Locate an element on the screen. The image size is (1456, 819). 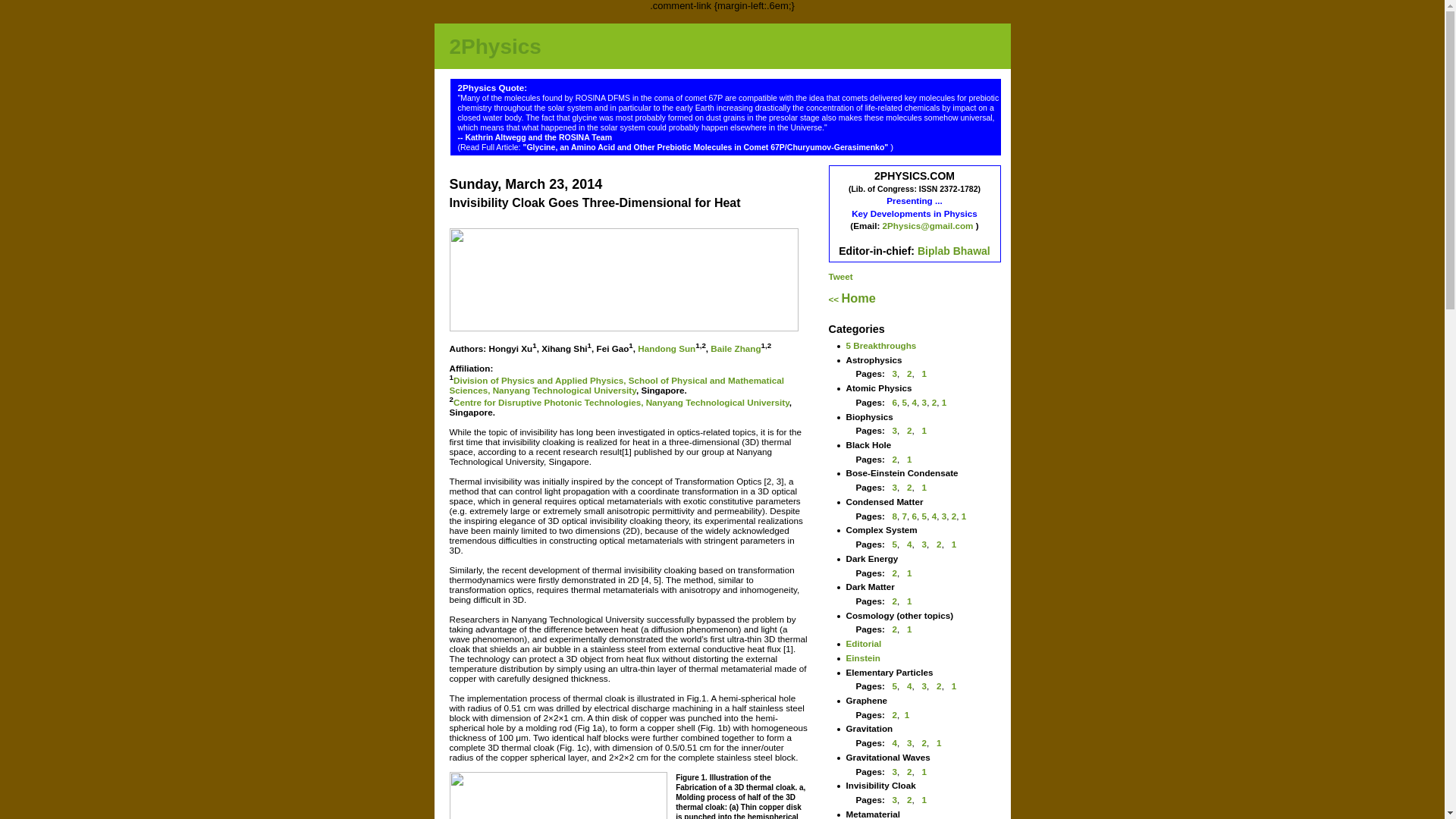
'5' is located at coordinates (895, 686).